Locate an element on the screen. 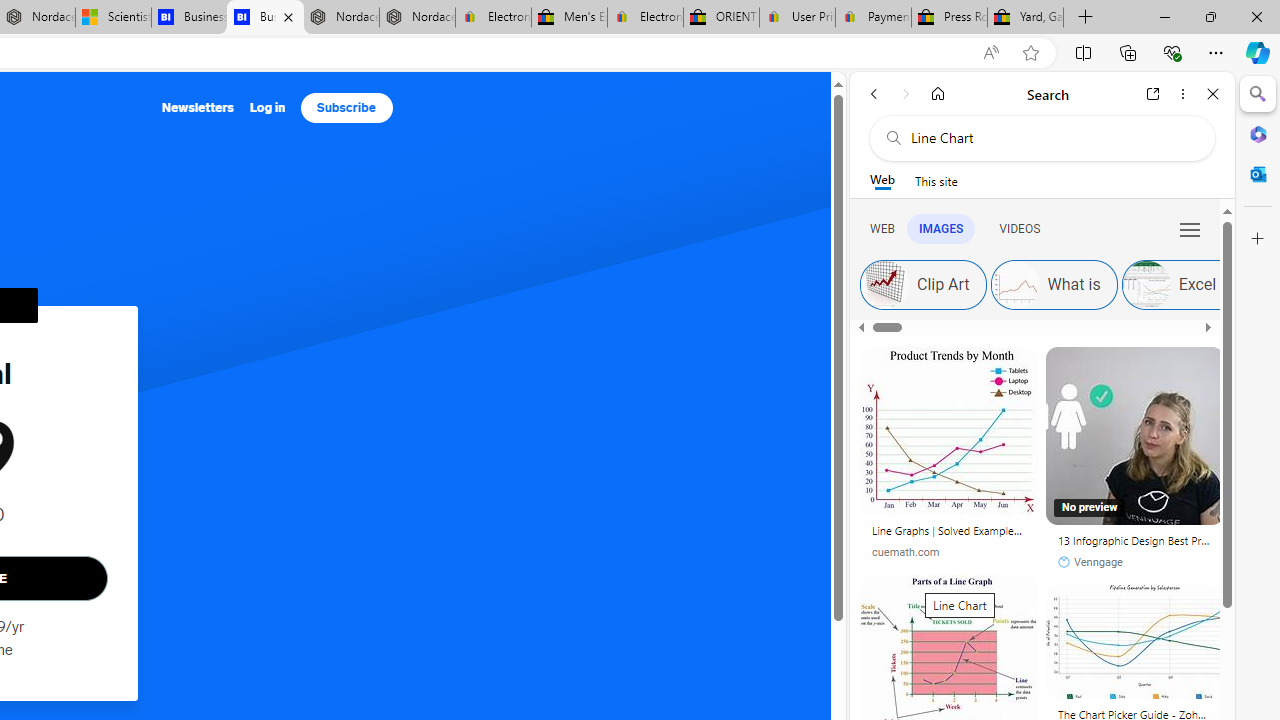 Image resolution: width=1280 pixels, height=720 pixels. 'Newsletters' is located at coordinates (199, 108).